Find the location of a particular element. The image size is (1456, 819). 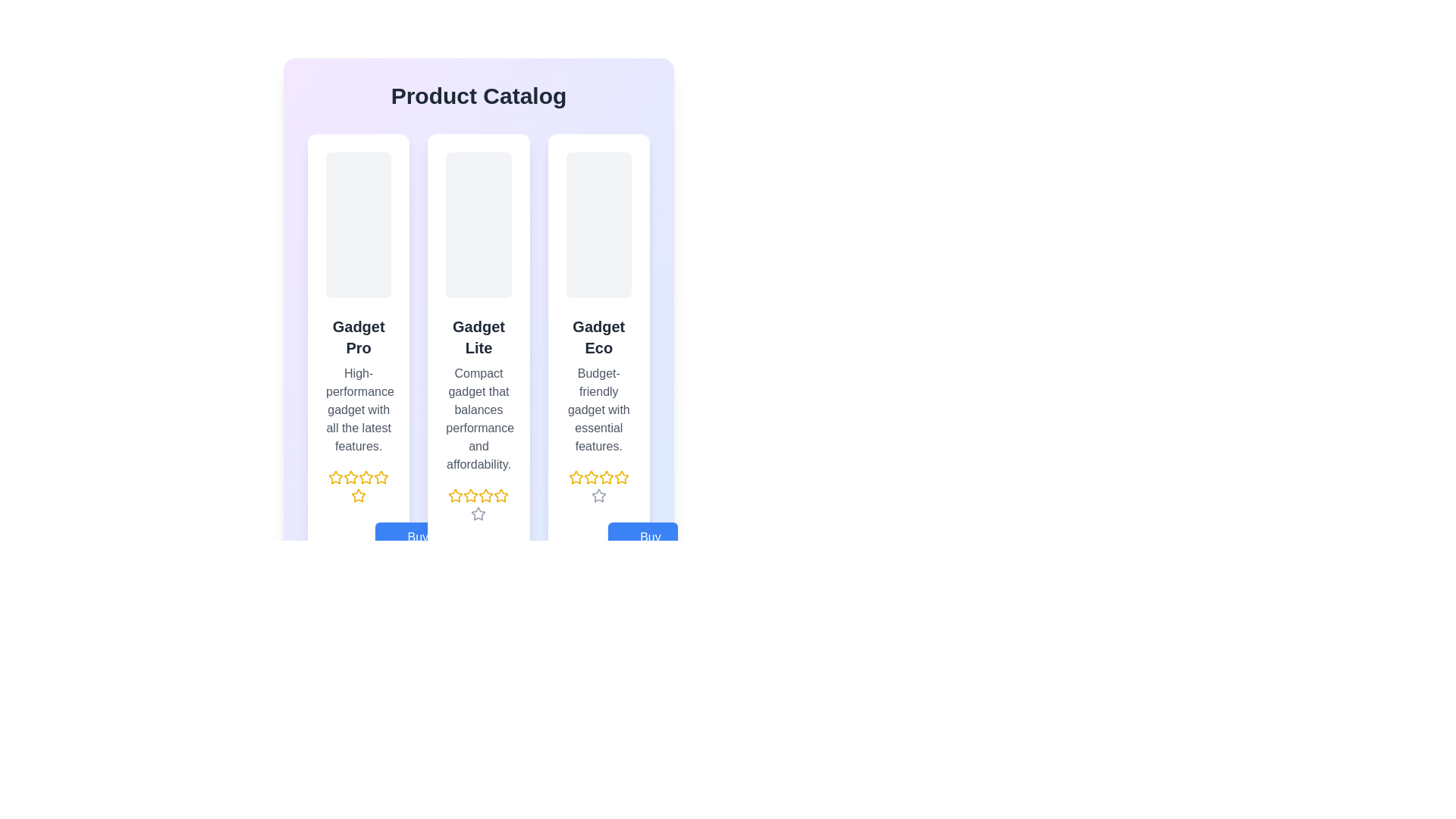

the fifth star in the rating system for the 'Gadget Eco' product is located at coordinates (621, 476).